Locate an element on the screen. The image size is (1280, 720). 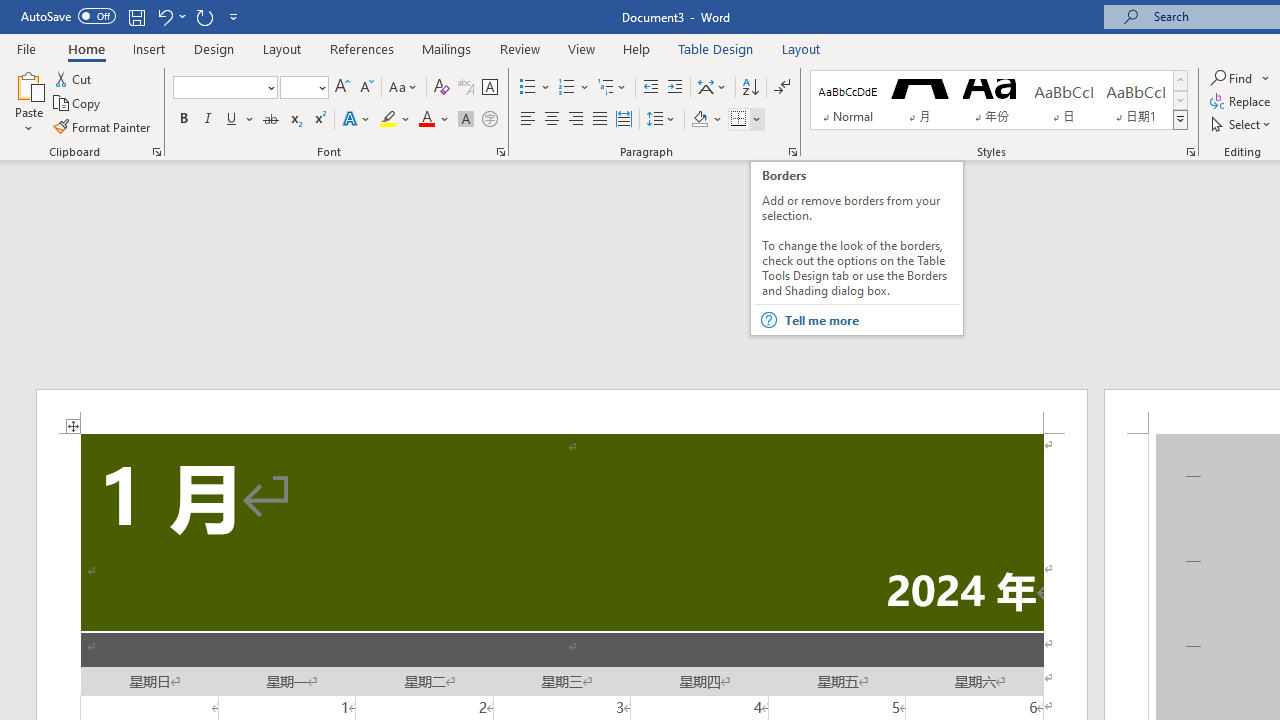
'Shading RGB(0, 0, 0)' is located at coordinates (699, 119).